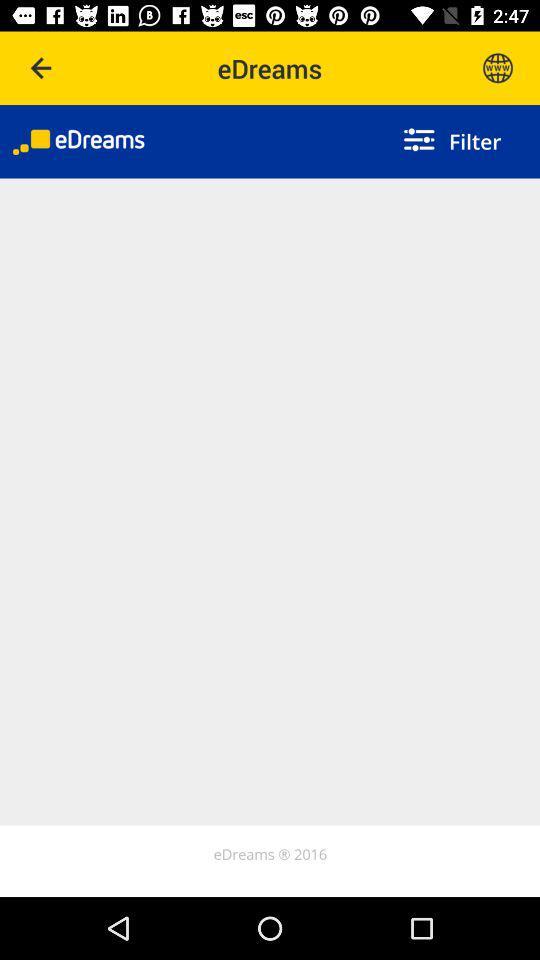  Describe the element at coordinates (496, 68) in the screenshot. I see `icon button` at that location.